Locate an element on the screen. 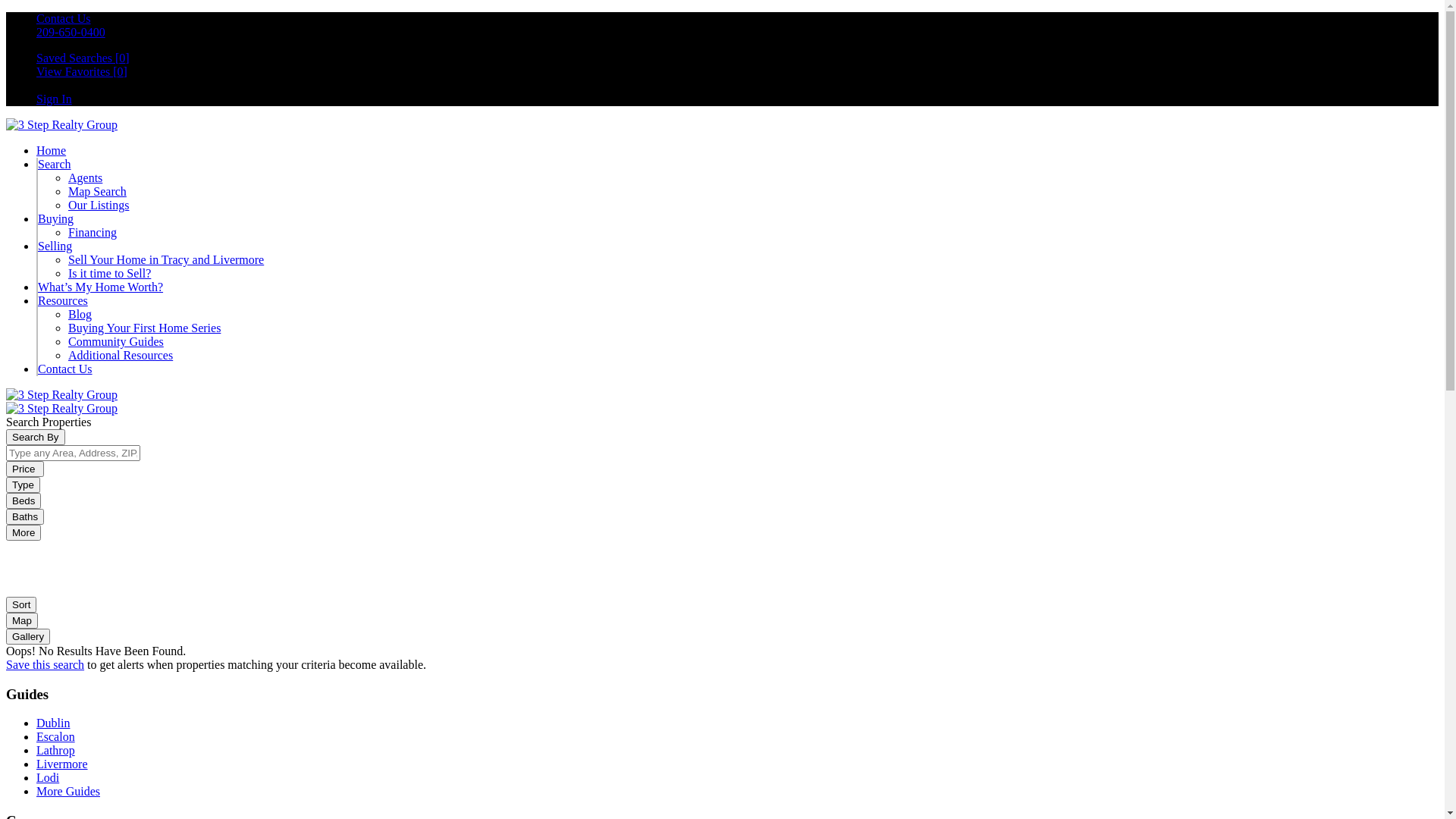 This screenshot has height=819, width=1456. 'Save this search' is located at coordinates (6, 664).